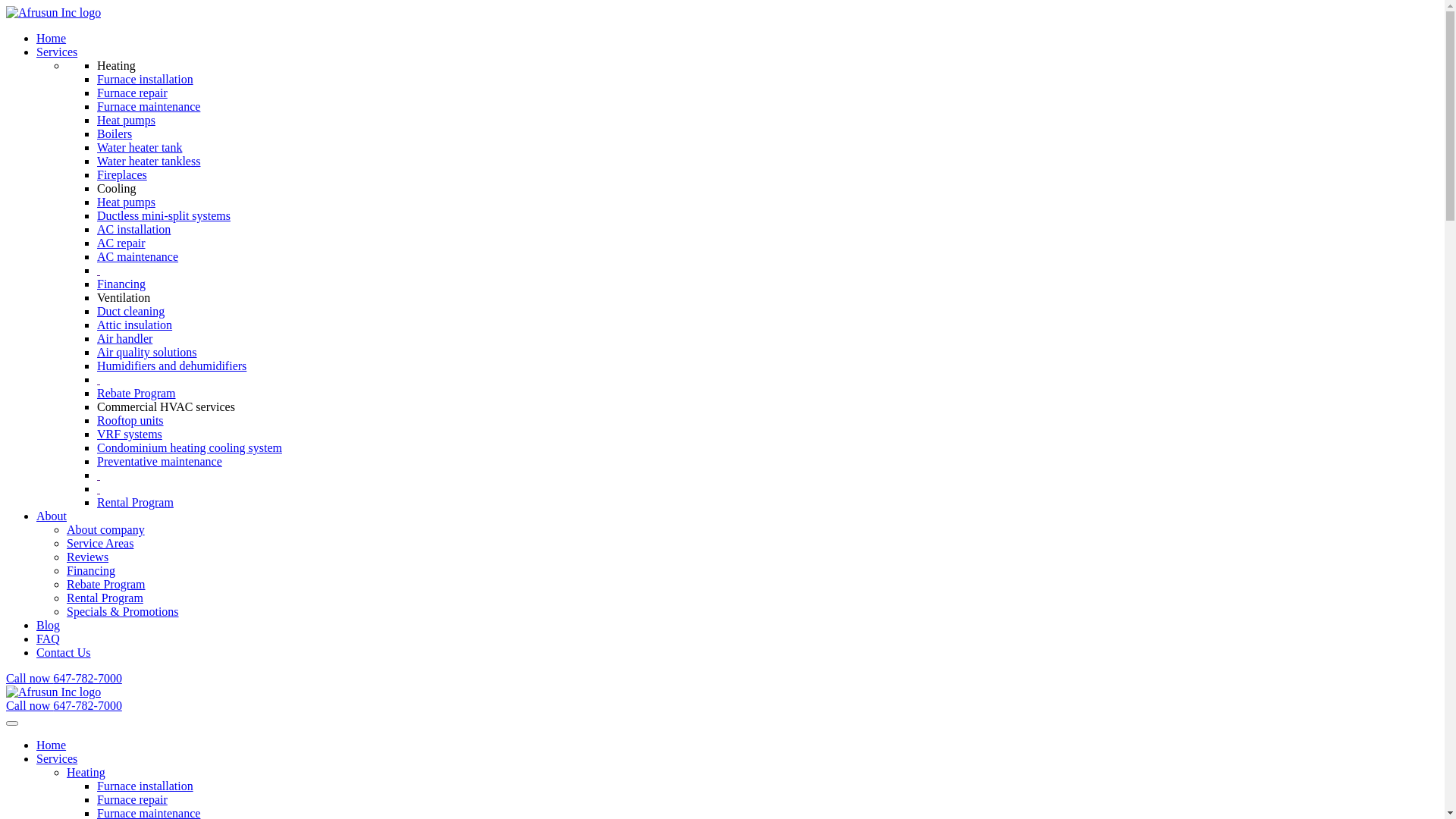 The image size is (1456, 819). Describe the element at coordinates (149, 105) in the screenshot. I see `'Furnace maintenance'` at that location.